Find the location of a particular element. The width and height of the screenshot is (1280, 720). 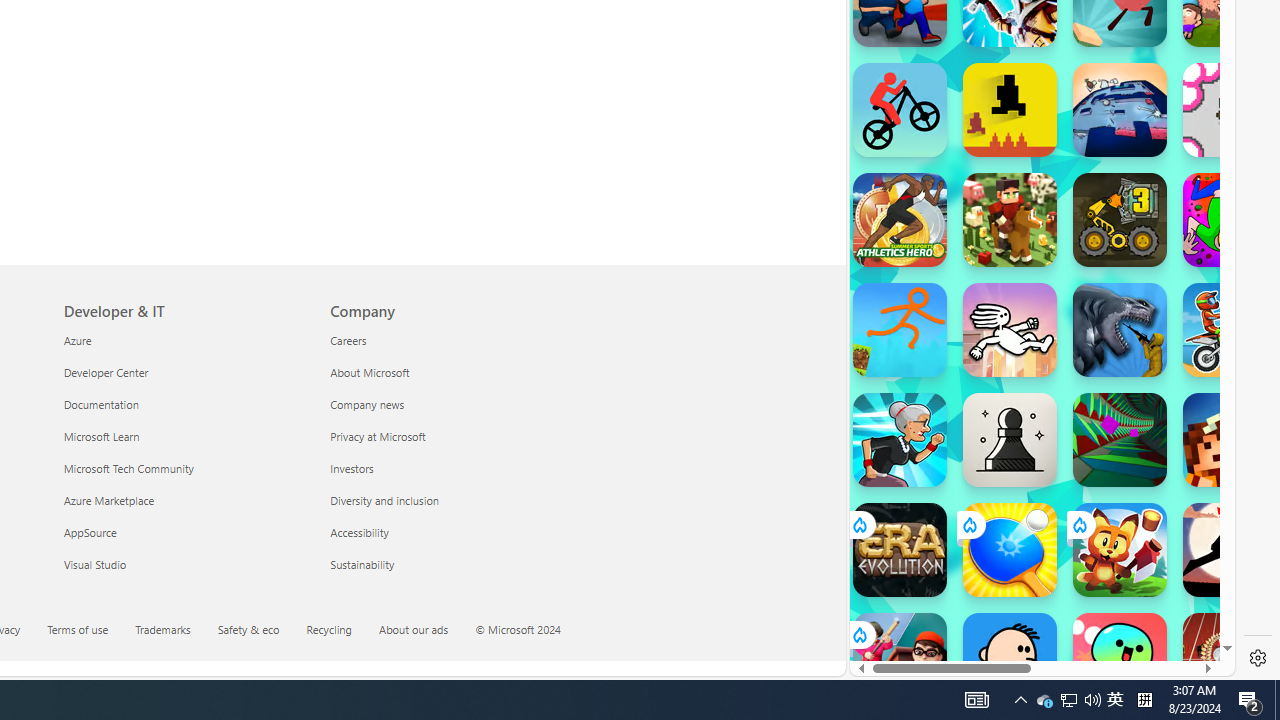

'Athletics Hero Athletics Hero' is located at coordinates (898, 219).